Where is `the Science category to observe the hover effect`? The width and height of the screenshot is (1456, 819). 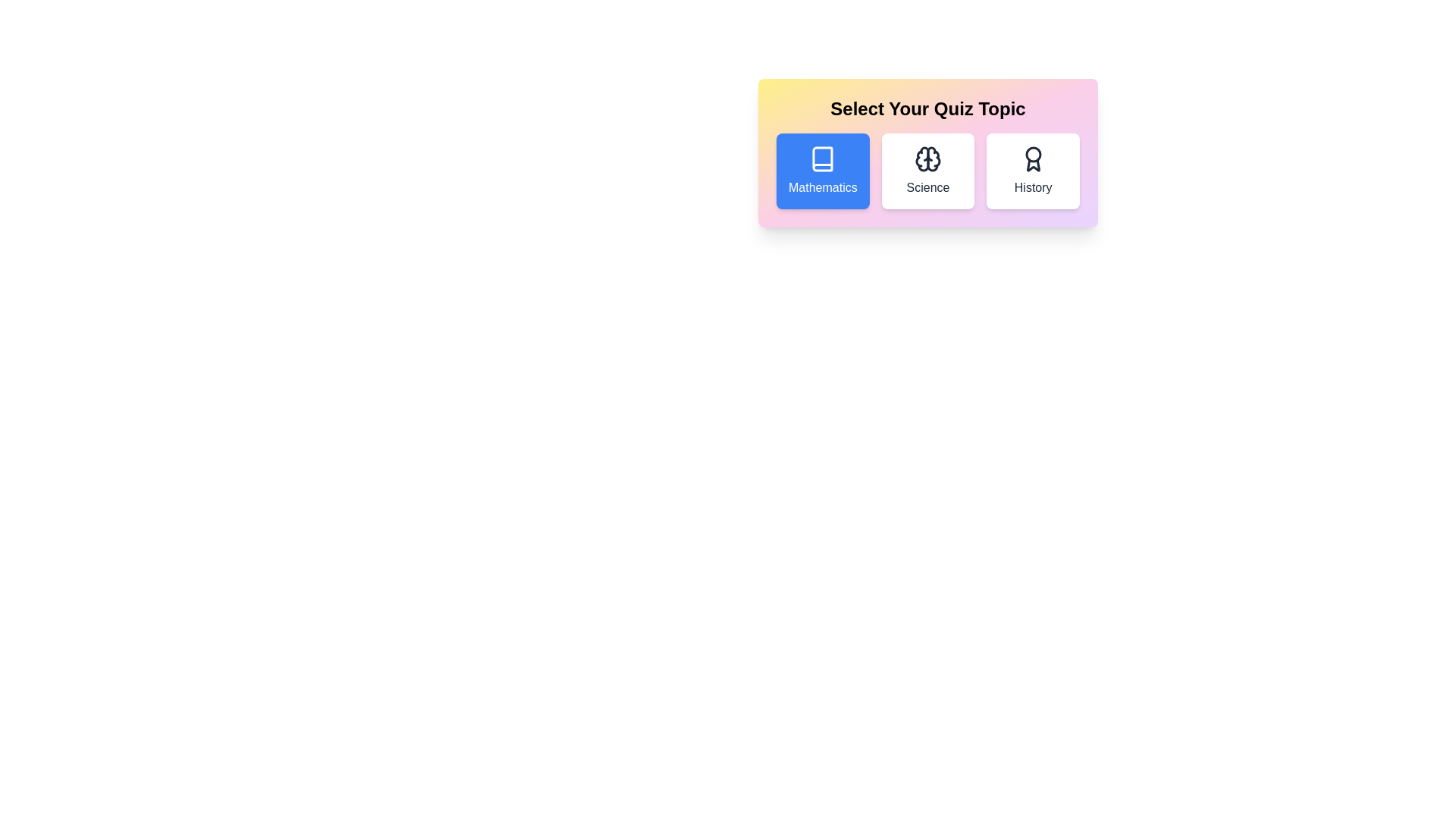 the Science category to observe the hover effect is located at coordinates (927, 171).